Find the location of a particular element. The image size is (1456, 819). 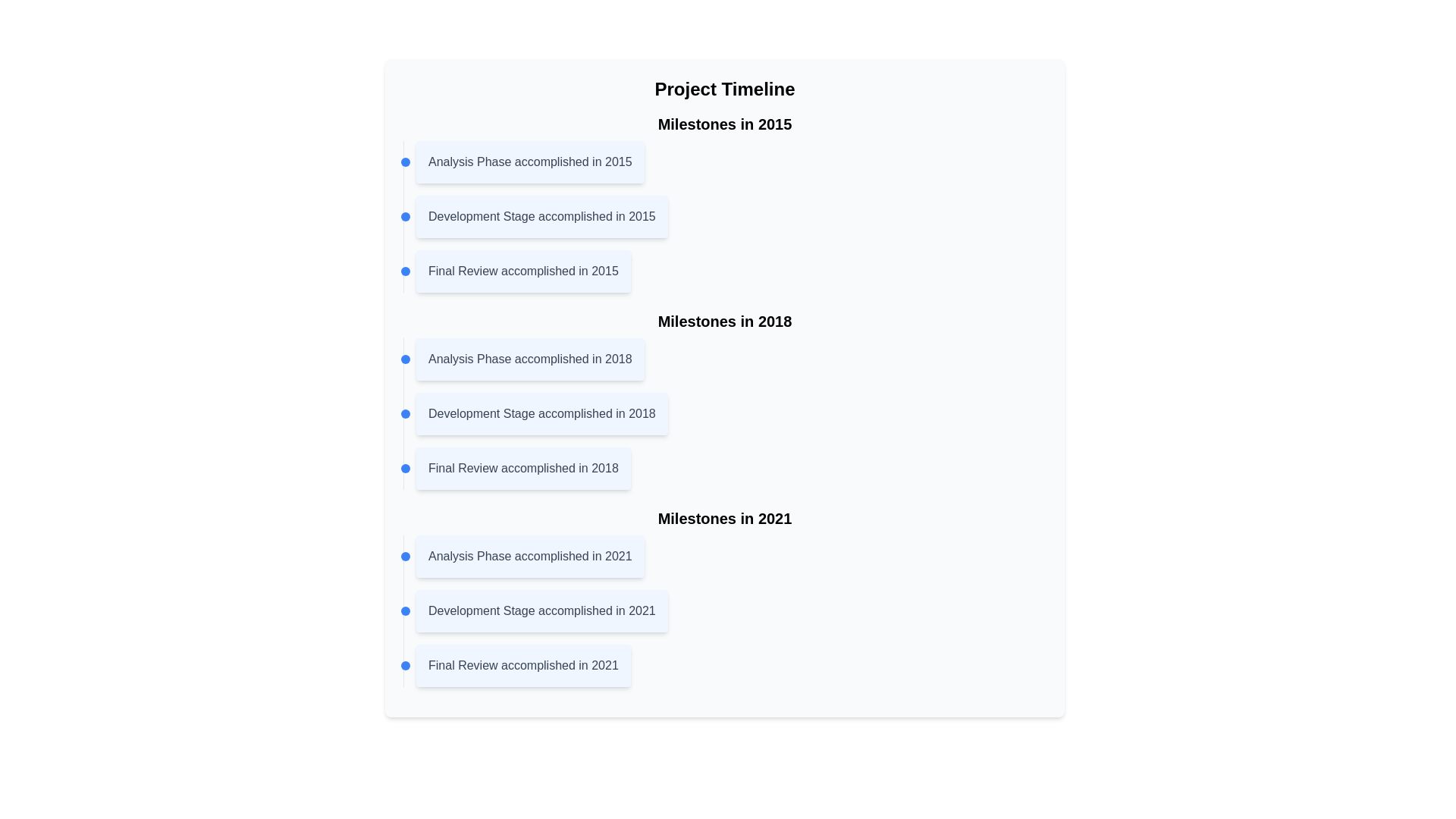

the Informational card that displays 'Final Review accomplished in 2015', which is the third item under 'Milestones in 2015' is located at coordinates (523, 271).